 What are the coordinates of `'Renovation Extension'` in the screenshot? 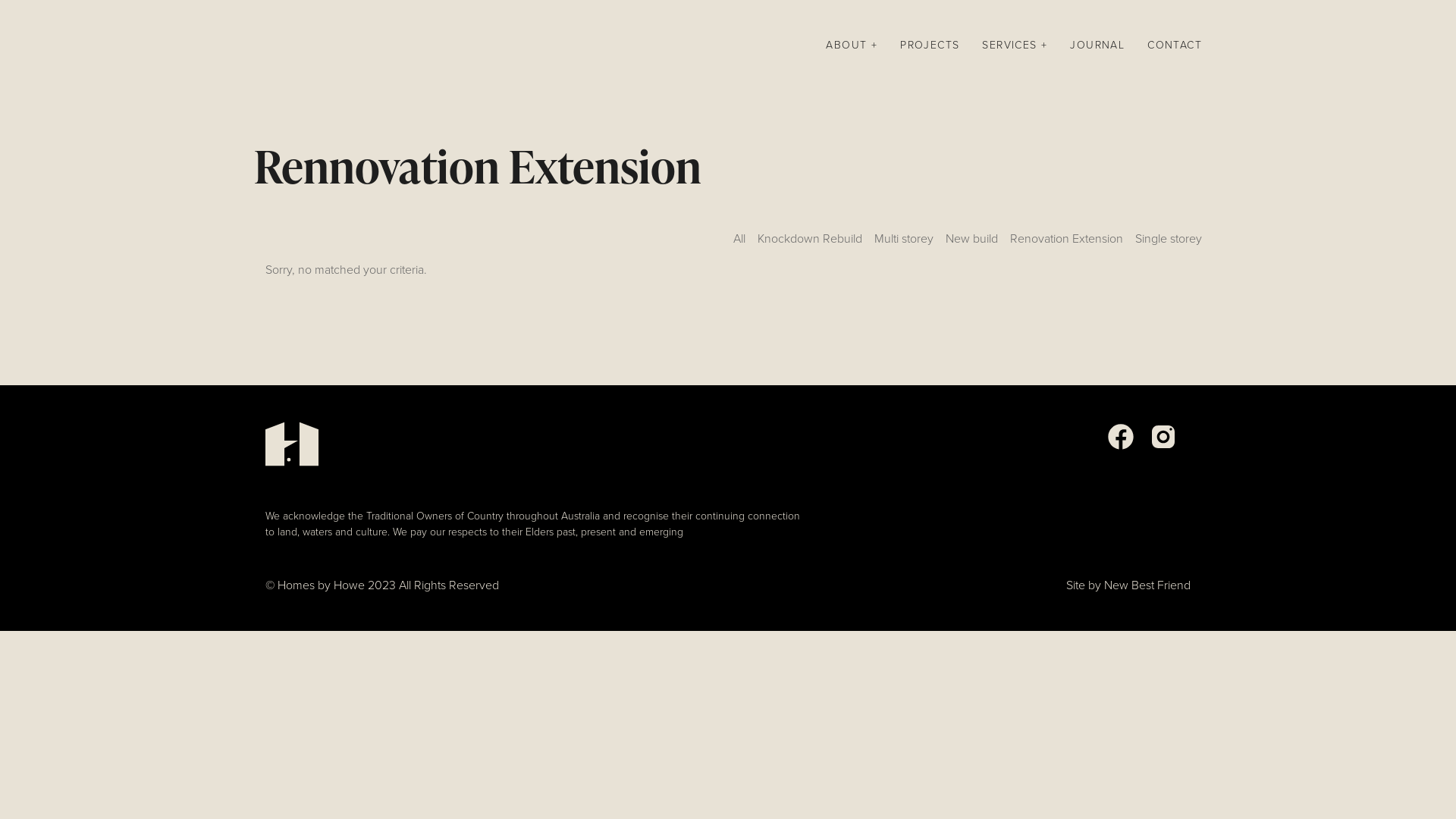 It's located at (1065, 243).